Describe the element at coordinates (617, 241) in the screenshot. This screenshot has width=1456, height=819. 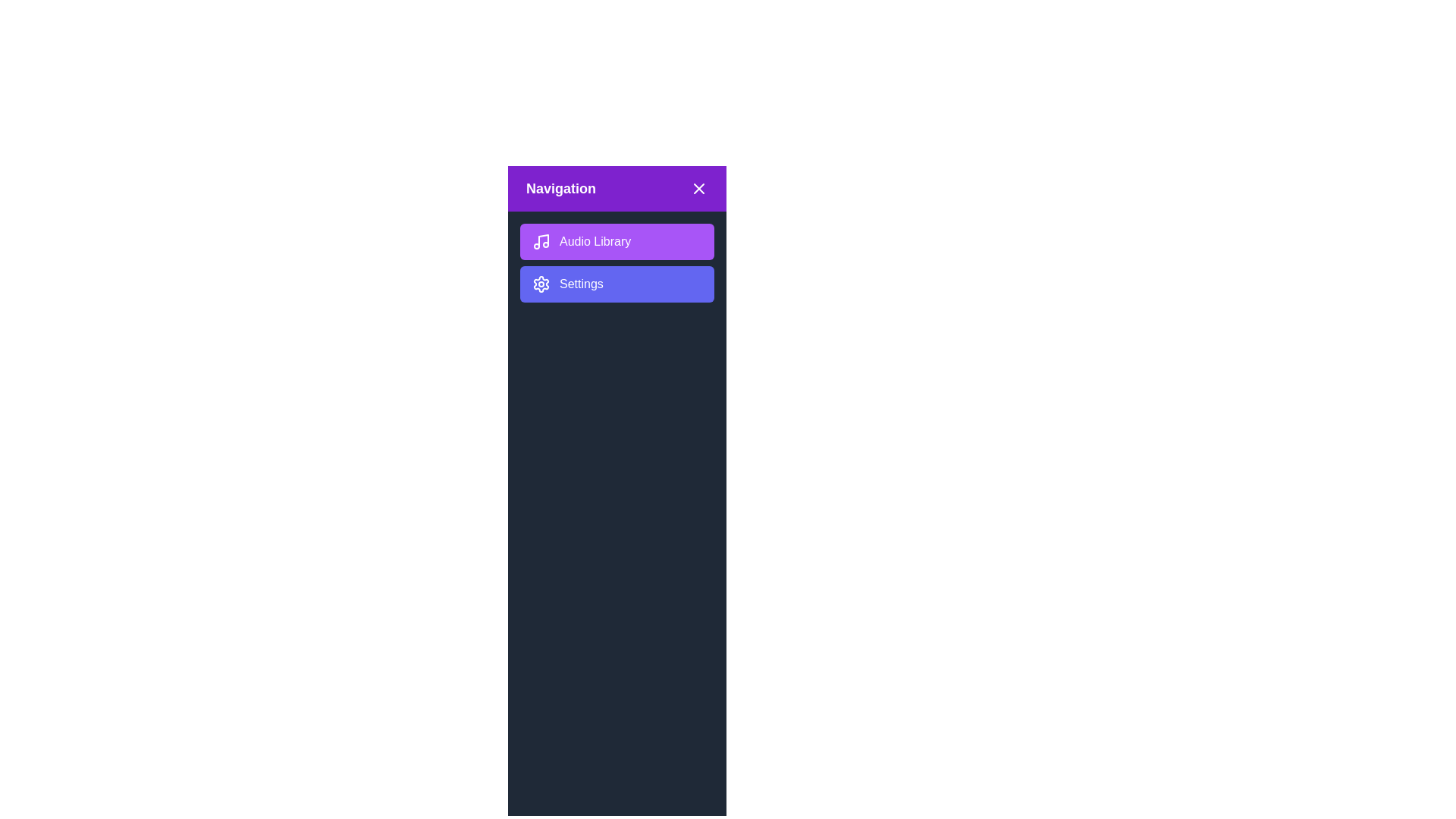
I see `the 'Audio Library' button to select it` at that location.